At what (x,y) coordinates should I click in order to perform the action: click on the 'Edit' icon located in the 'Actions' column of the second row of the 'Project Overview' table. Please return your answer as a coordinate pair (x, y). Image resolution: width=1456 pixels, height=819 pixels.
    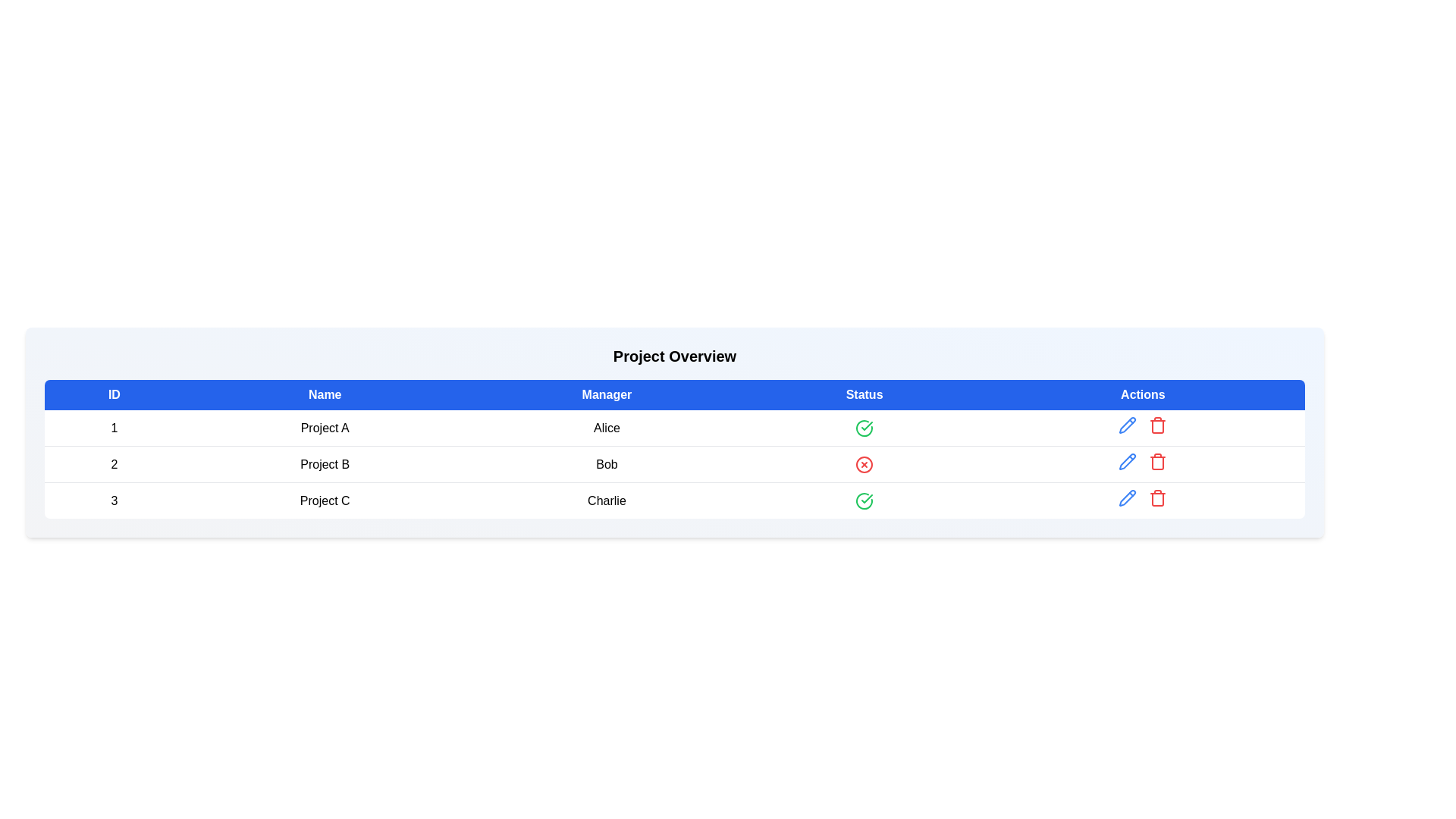
    Looking at the image, I should click on (1128, 461).